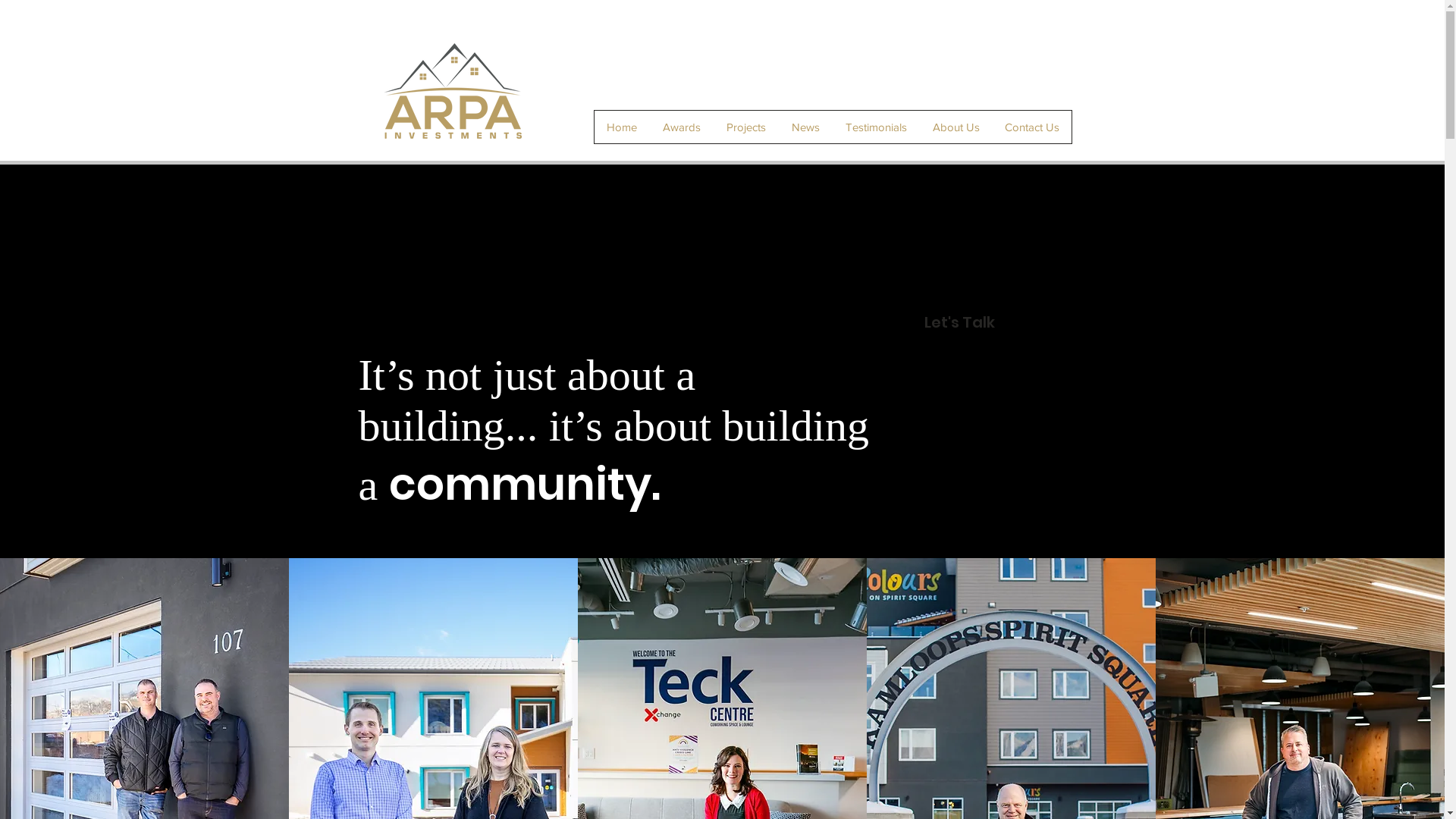 The height and width of the screenshot is (819, 1456). What do you see at coordinates (918, 126) in the screenshot?
I see `'About Us'` at bounding box center [918, 126].